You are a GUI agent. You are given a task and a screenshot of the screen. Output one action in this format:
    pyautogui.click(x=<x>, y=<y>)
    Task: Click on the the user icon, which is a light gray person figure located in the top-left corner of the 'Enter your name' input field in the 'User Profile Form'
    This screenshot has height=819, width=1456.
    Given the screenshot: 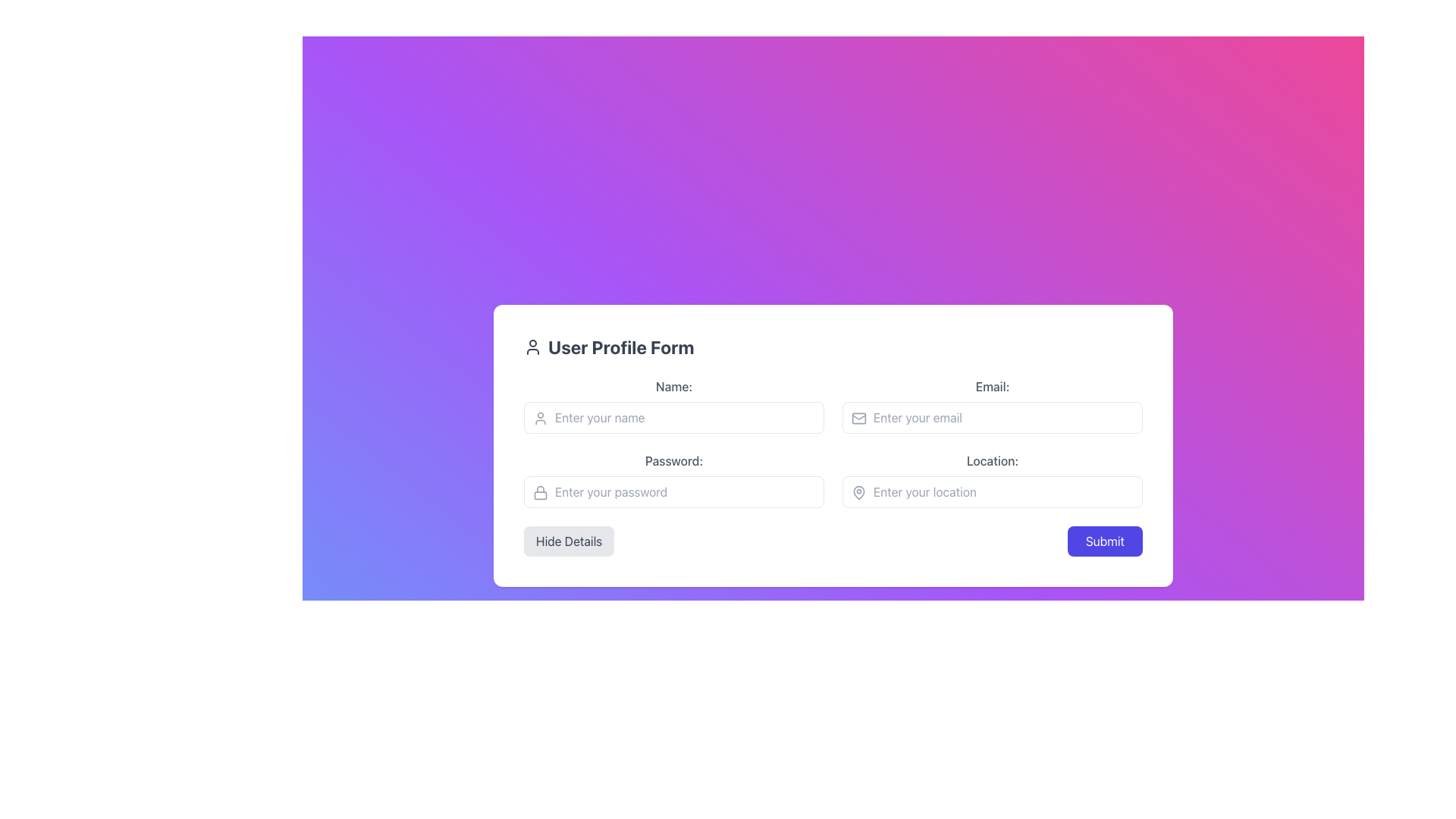 What is the action you would take?
    pyautogui.click(x=541, y=418)
    